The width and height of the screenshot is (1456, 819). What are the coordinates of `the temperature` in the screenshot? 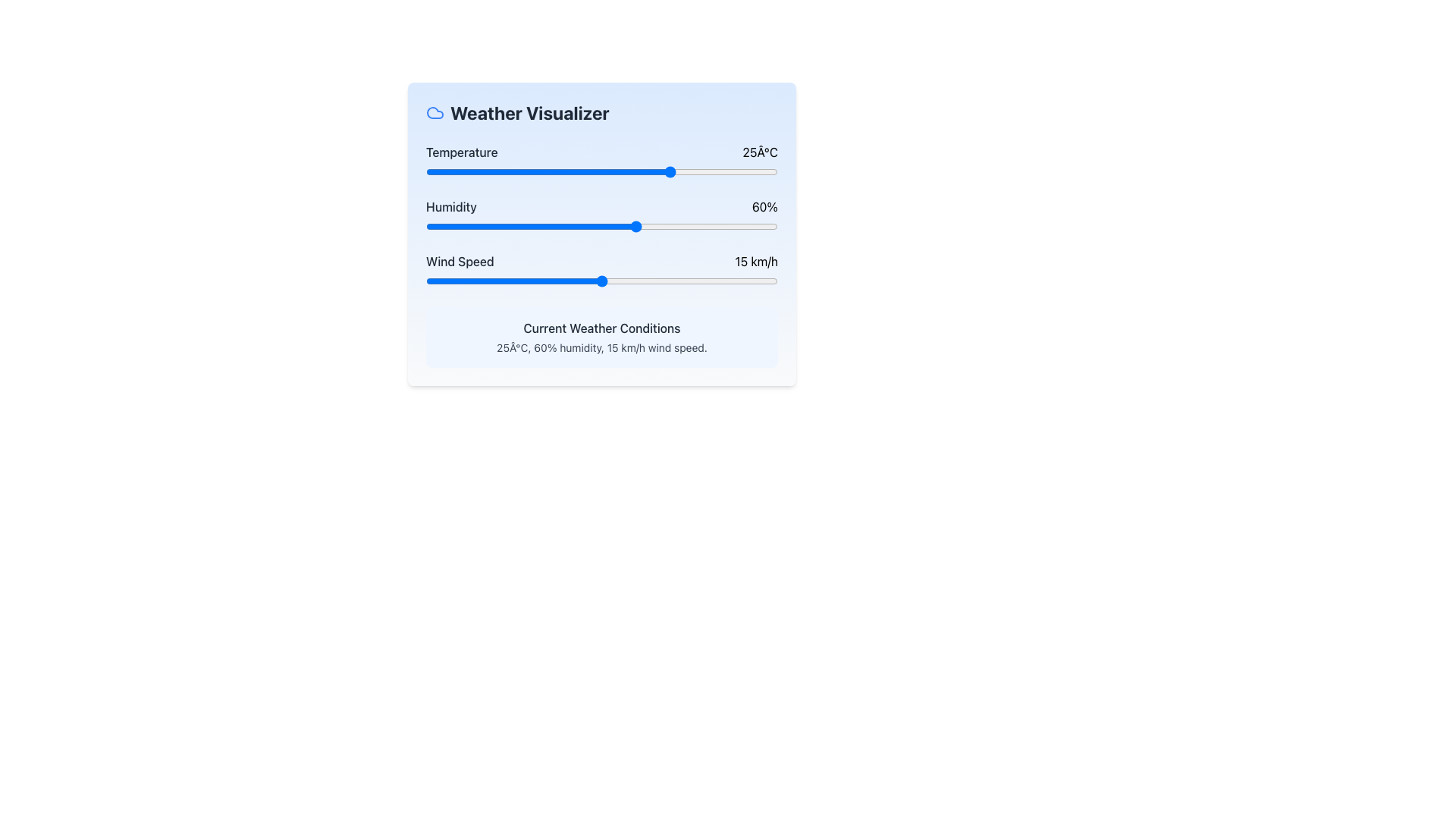 It's located at (671, 171).